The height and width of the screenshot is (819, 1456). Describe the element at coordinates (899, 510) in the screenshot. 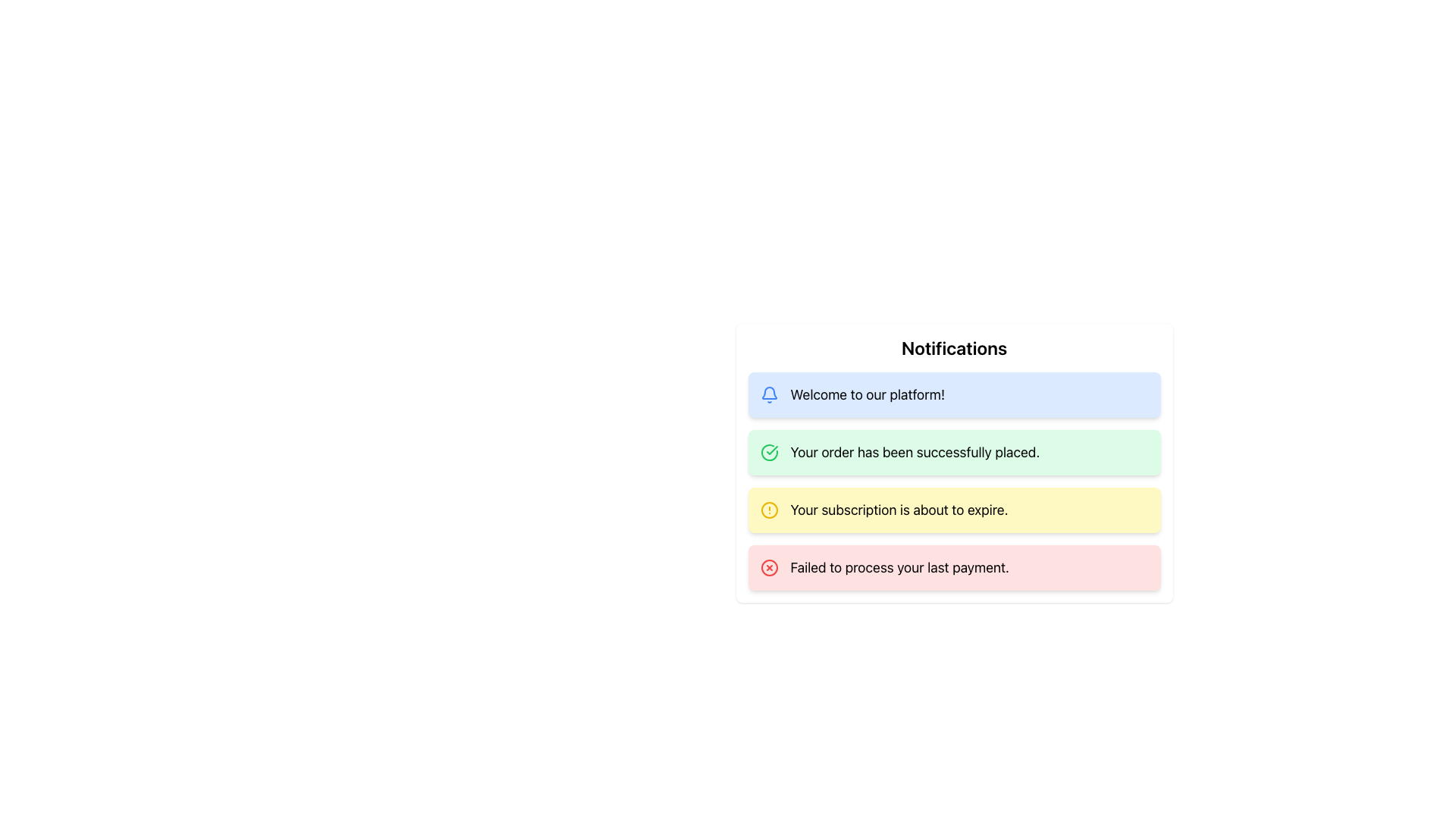

I see `the static text displaying the subscription status alert inside the third notification box with a yellow background, located to the right of the alert icon` at that location.